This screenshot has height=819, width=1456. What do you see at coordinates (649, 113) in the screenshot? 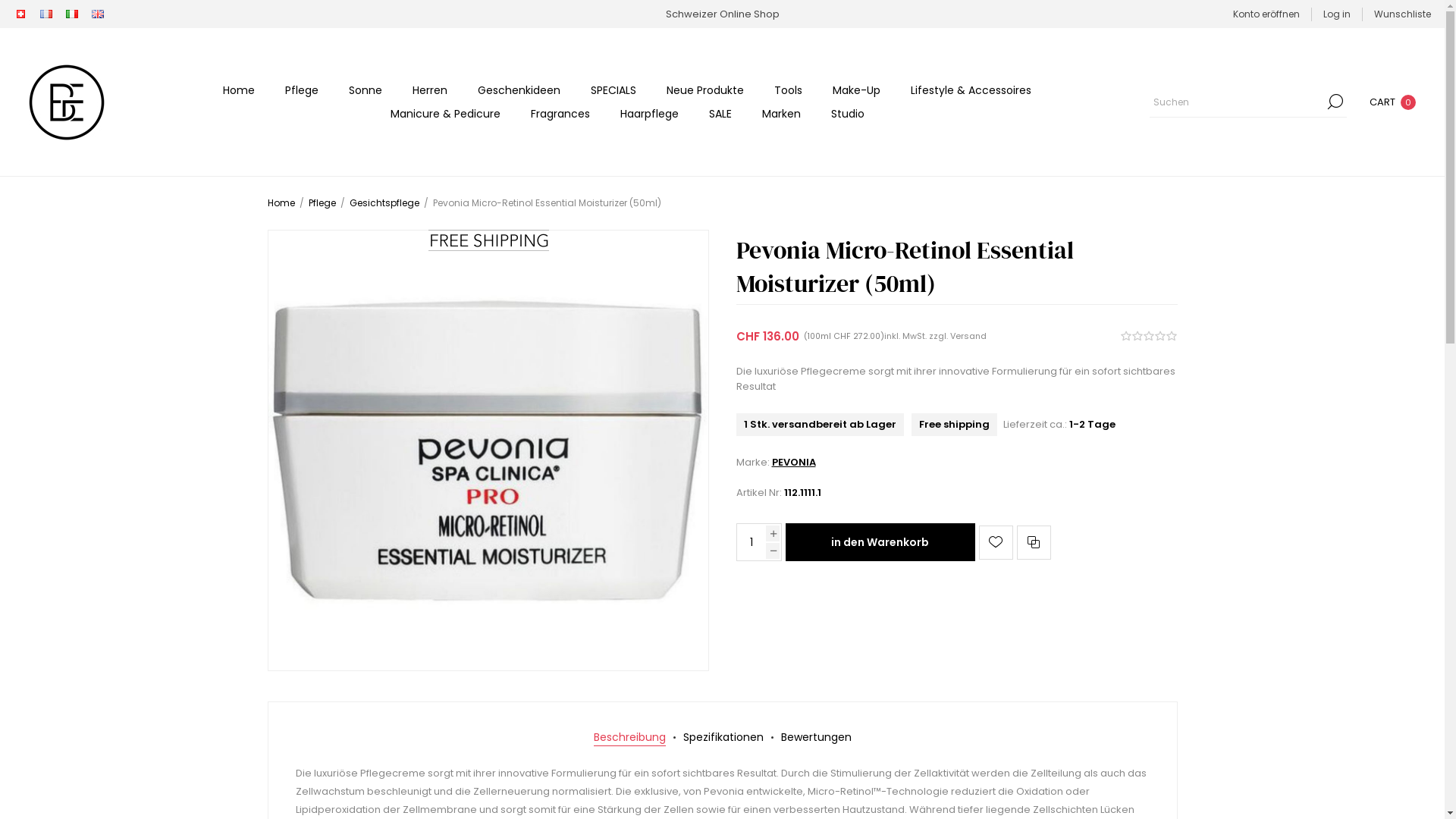
I see `'Haarpflege'` at bounding box center [649, 113].